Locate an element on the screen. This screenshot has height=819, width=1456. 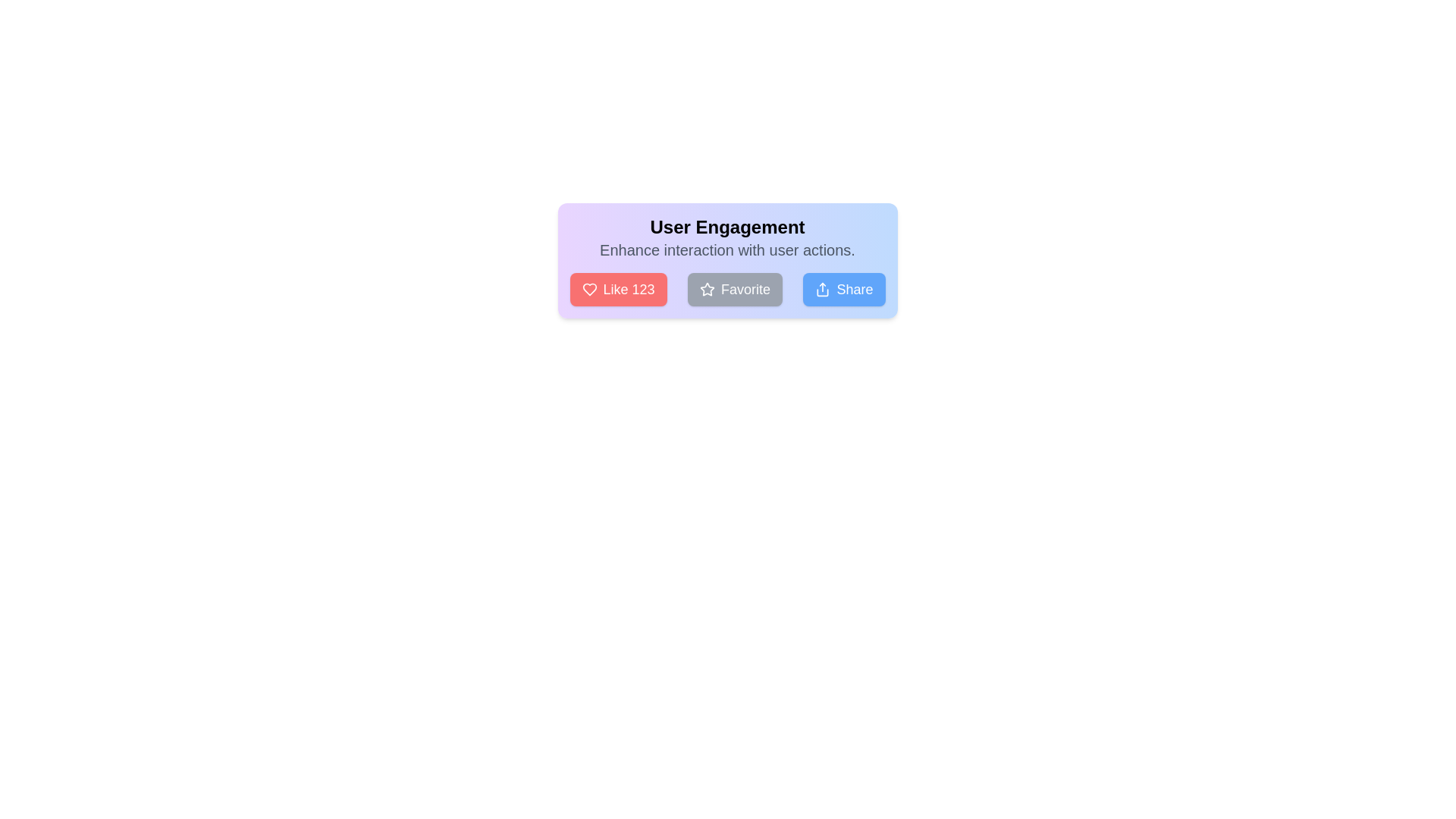
the share icon located within the 'Share' button, which is the third button from the left, to initiate a sharing action is located at coordinates (821, 289).